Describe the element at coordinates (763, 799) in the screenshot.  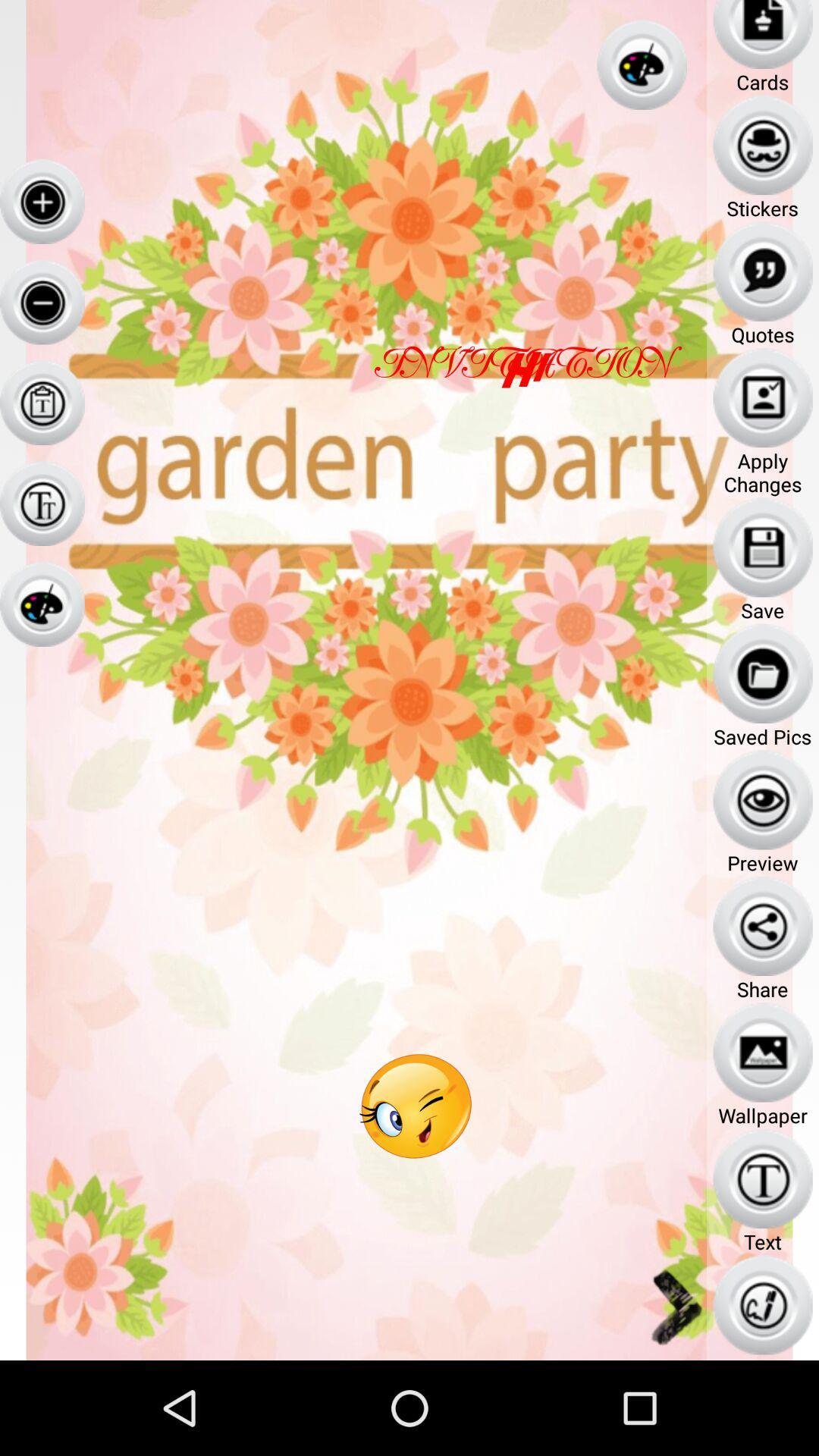
I see `the preview icon` at that location.